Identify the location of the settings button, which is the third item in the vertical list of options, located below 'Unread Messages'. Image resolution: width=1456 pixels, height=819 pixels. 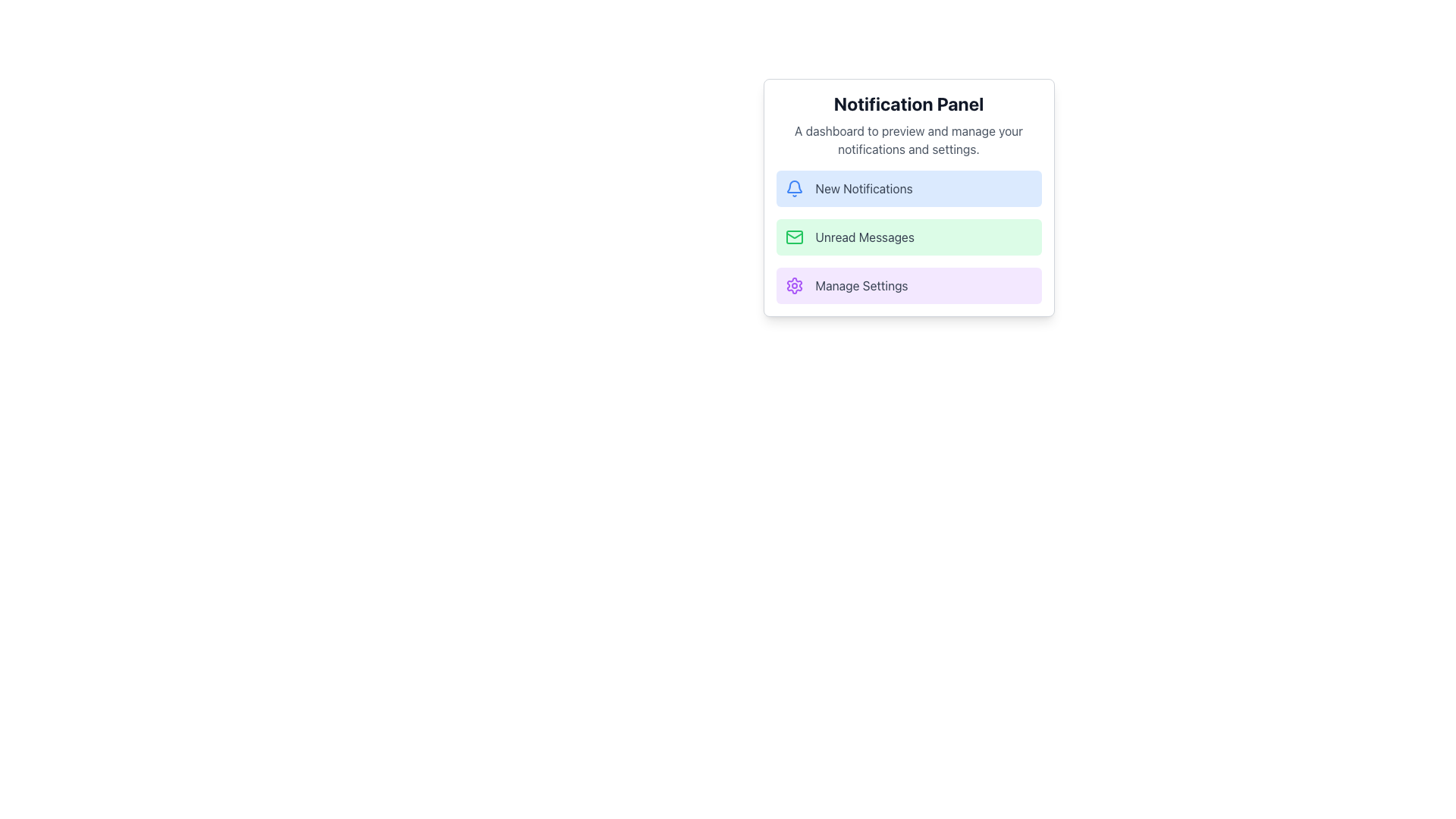
(908, 286).